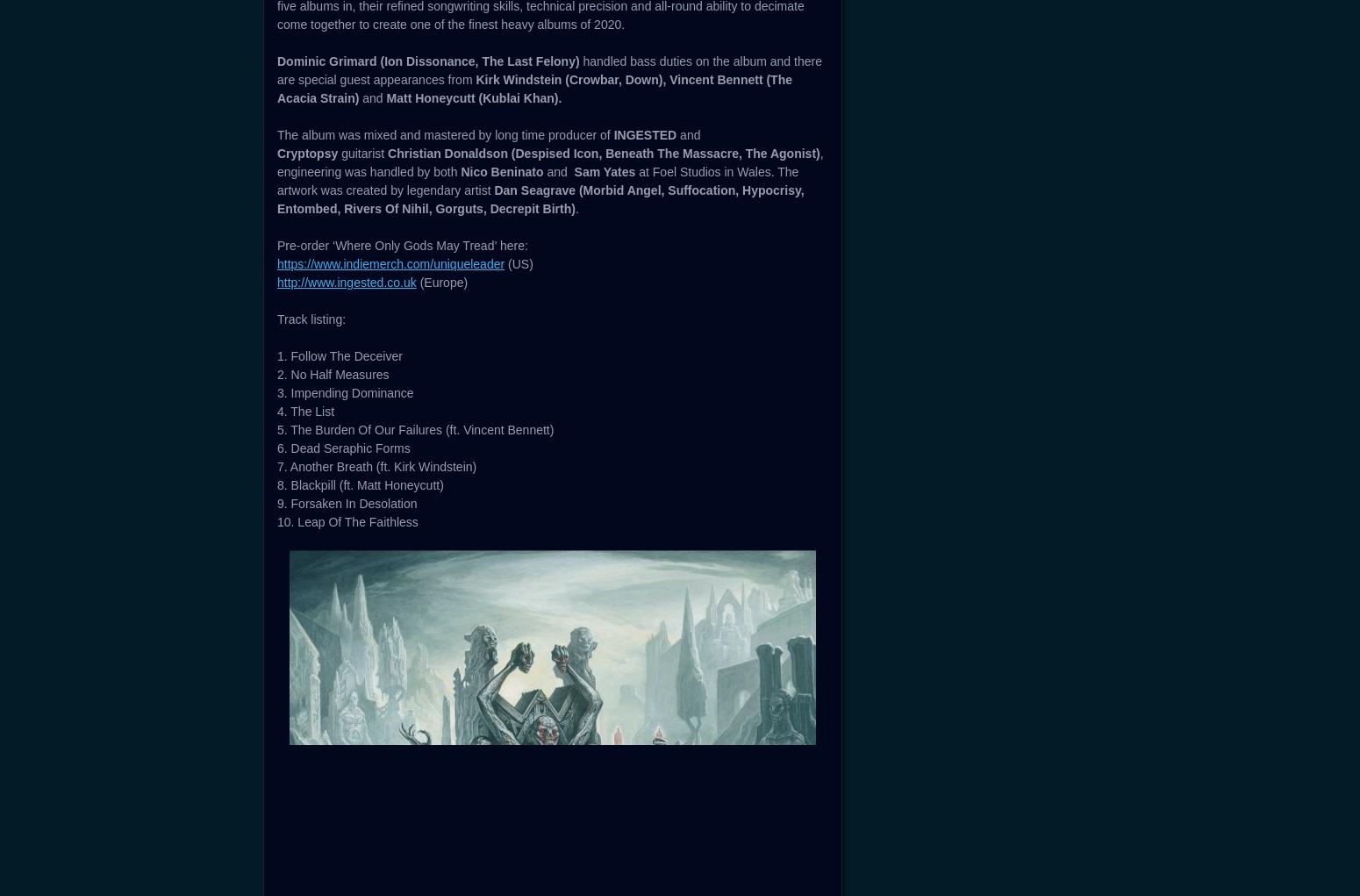 The image size is (1360, 896). I want to click on 'at Foel Studios in Wales. The artwork was created by legendary artist', so click(538, 691).